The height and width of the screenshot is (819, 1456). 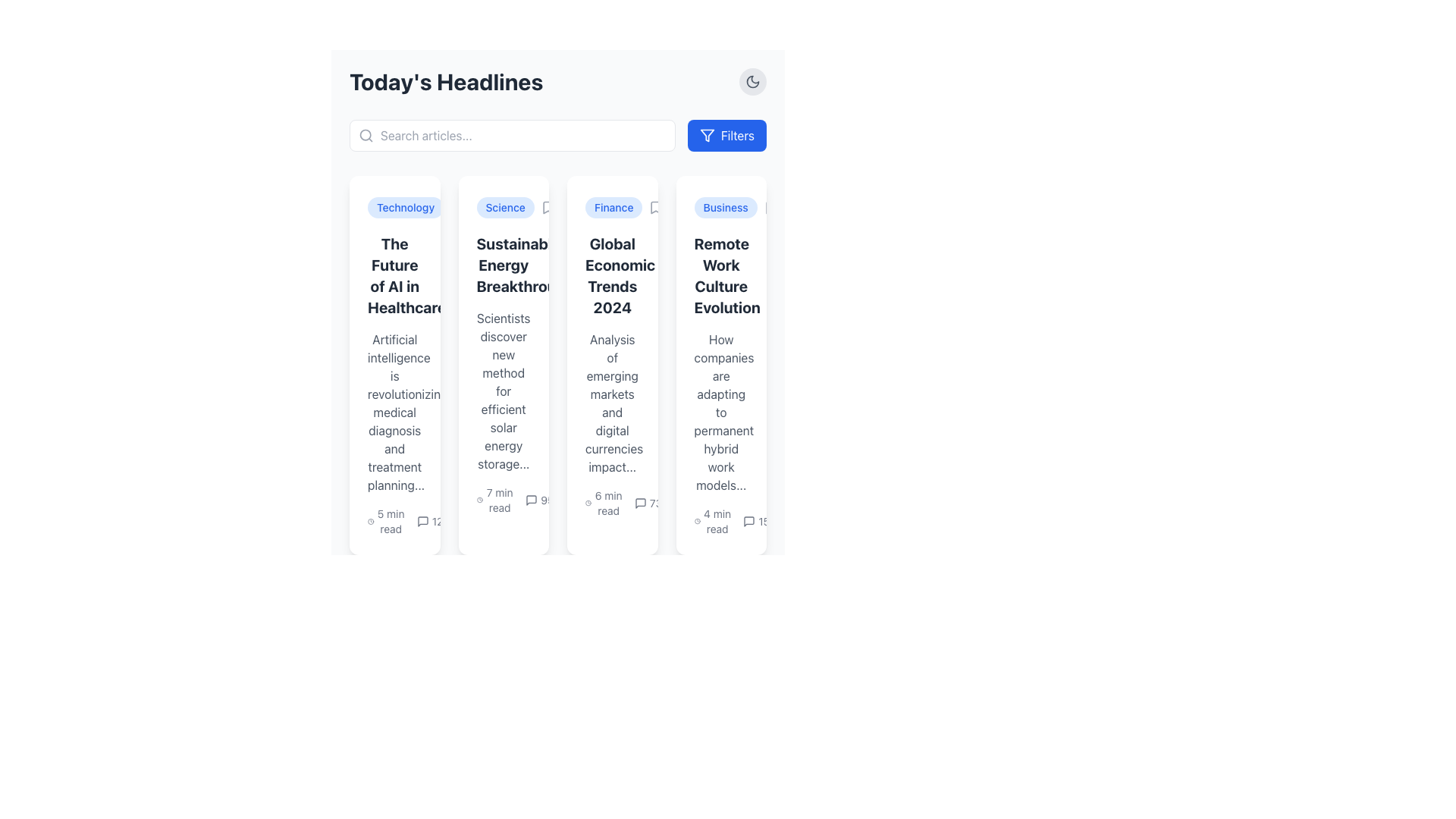 What do you see at coordinates (618, 500) in the screenshot?
I see `the text element displaying the numeric value '256', which is positioned to the right of the thumbs-up icon in the bottom section of a vertical card layout` at bounding box center [618, 500].